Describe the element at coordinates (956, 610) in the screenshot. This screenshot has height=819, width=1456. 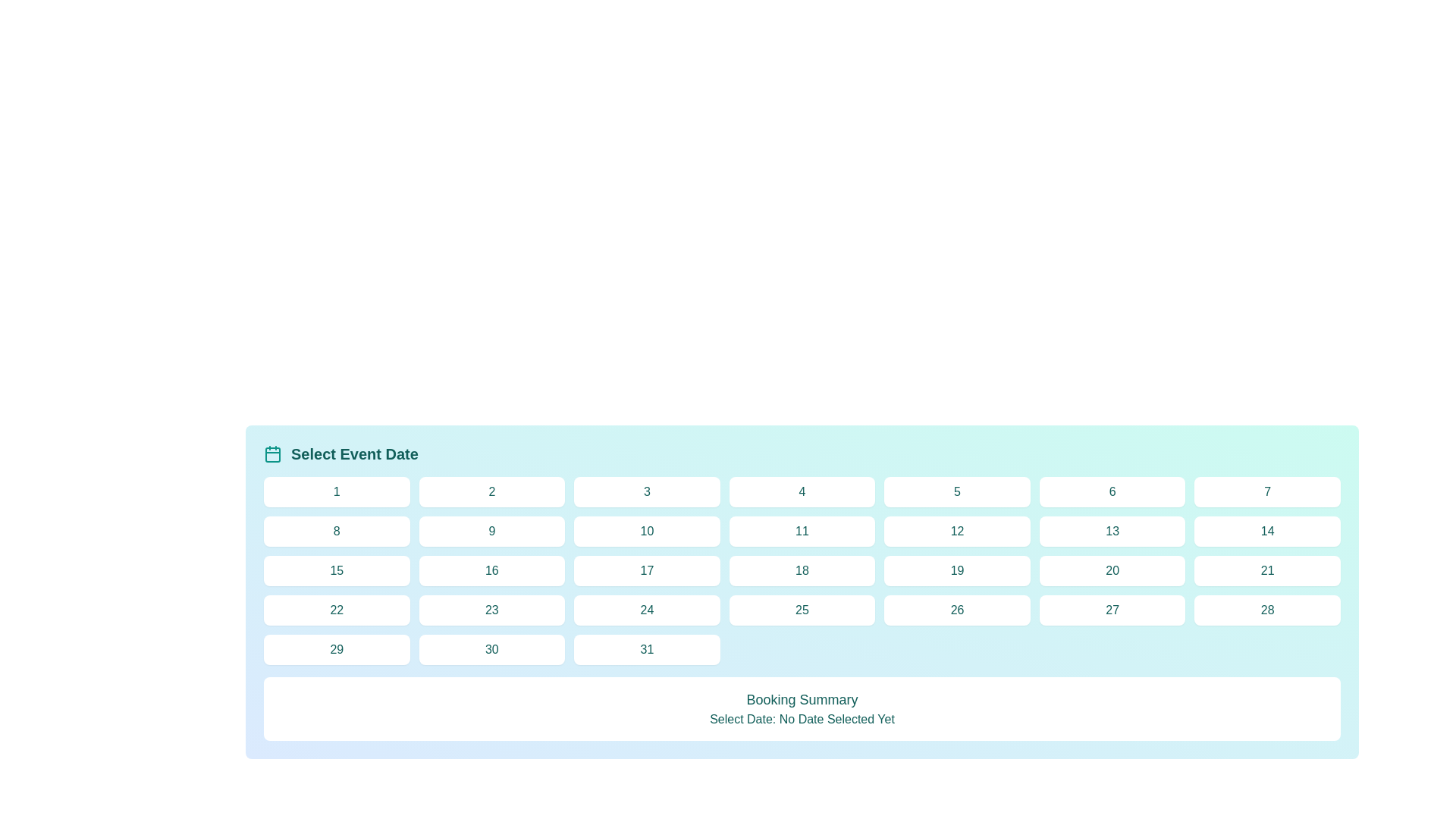
I see `the day selection button for the 26th day of the month displayed in the calendar` at that location.